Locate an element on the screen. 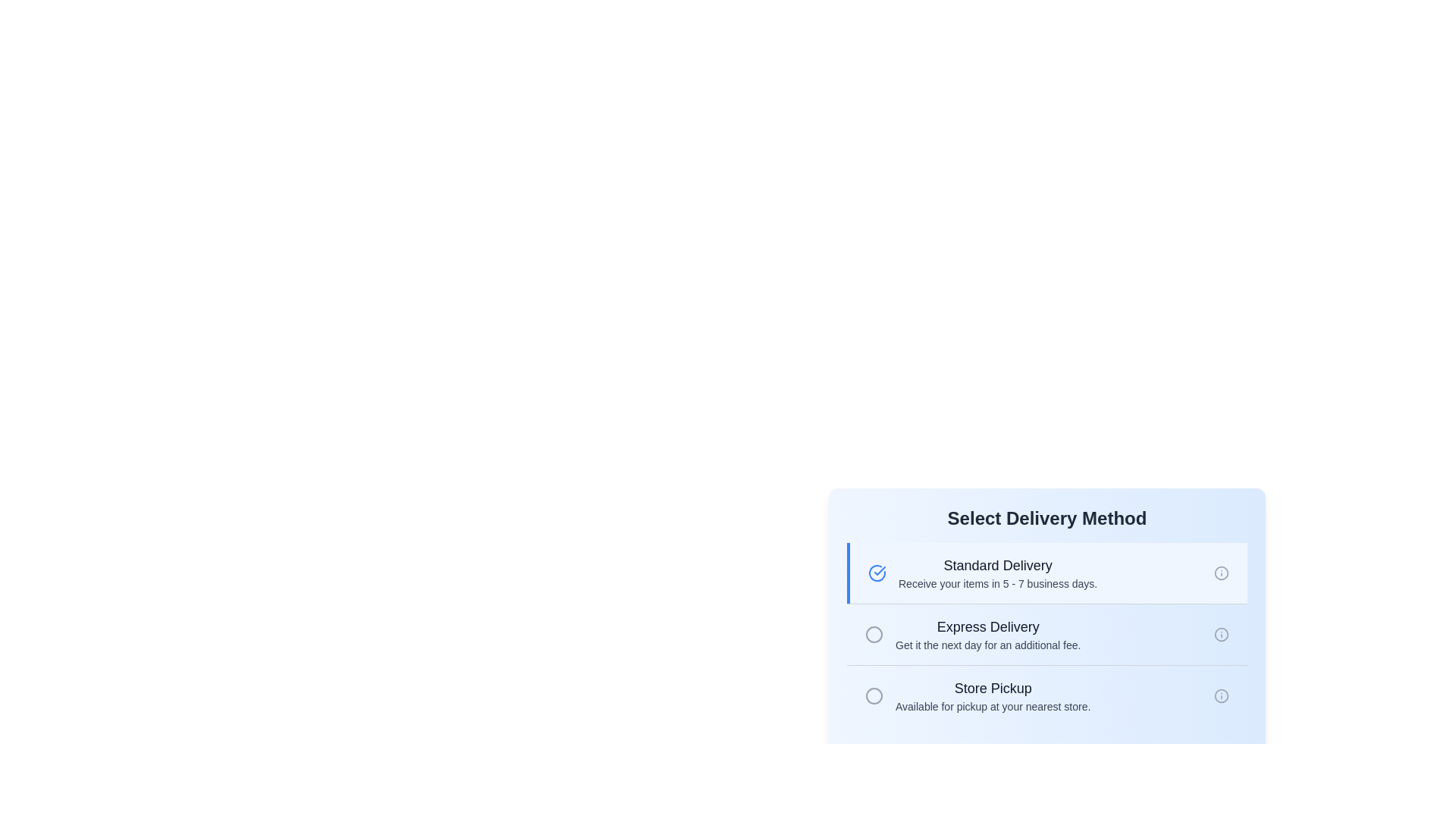 The image size is (1456, 819). the selection list of delivery methods to read the detailed descriptions provided for each option, located at the specified center point is located at coordinates (1046, 635).